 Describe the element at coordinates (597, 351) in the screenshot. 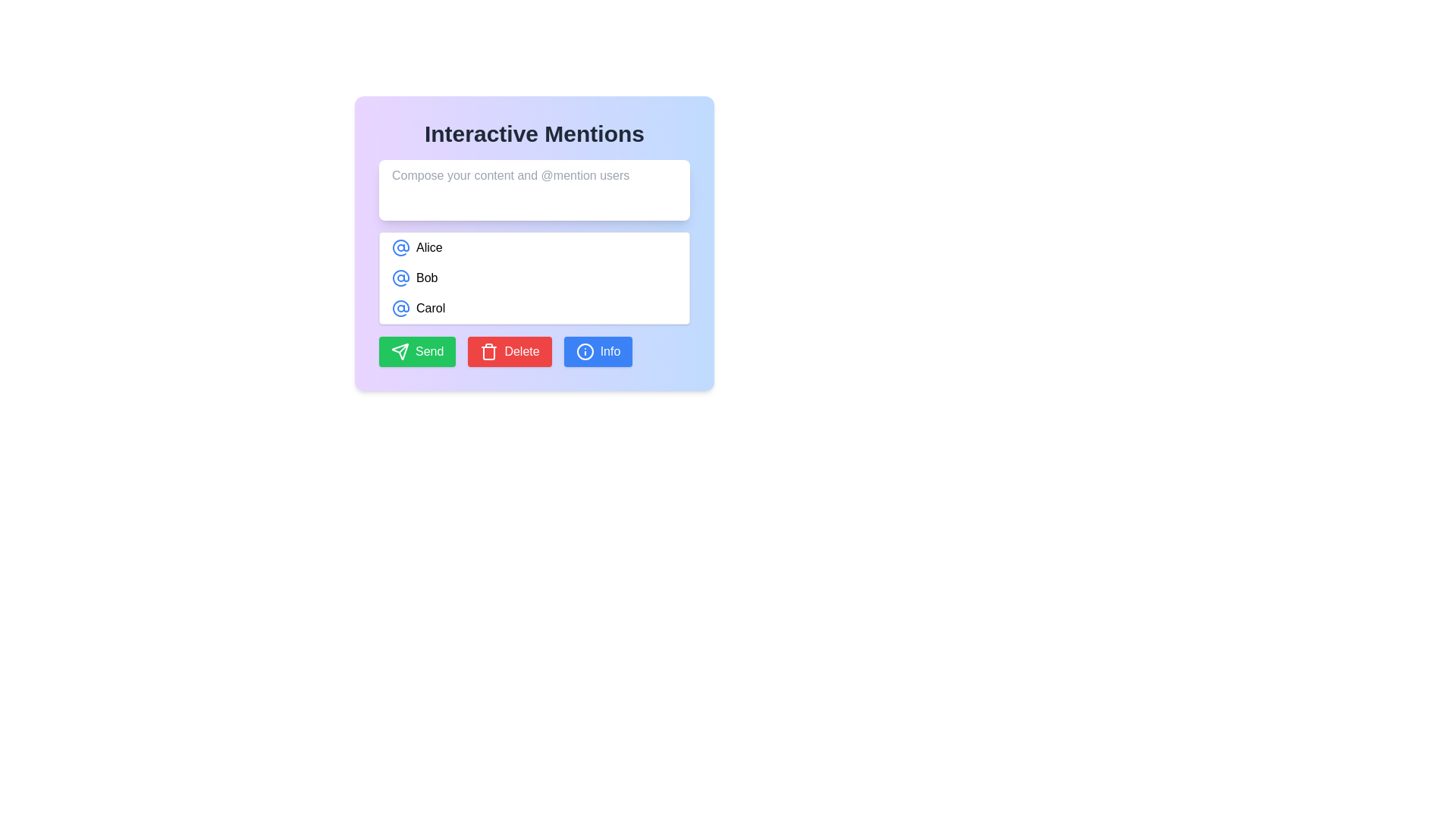

I see `the third button located at the bottom of the interface, which is positioned to the right of the red 'Delete' button and the green 'Send' button` at that location.